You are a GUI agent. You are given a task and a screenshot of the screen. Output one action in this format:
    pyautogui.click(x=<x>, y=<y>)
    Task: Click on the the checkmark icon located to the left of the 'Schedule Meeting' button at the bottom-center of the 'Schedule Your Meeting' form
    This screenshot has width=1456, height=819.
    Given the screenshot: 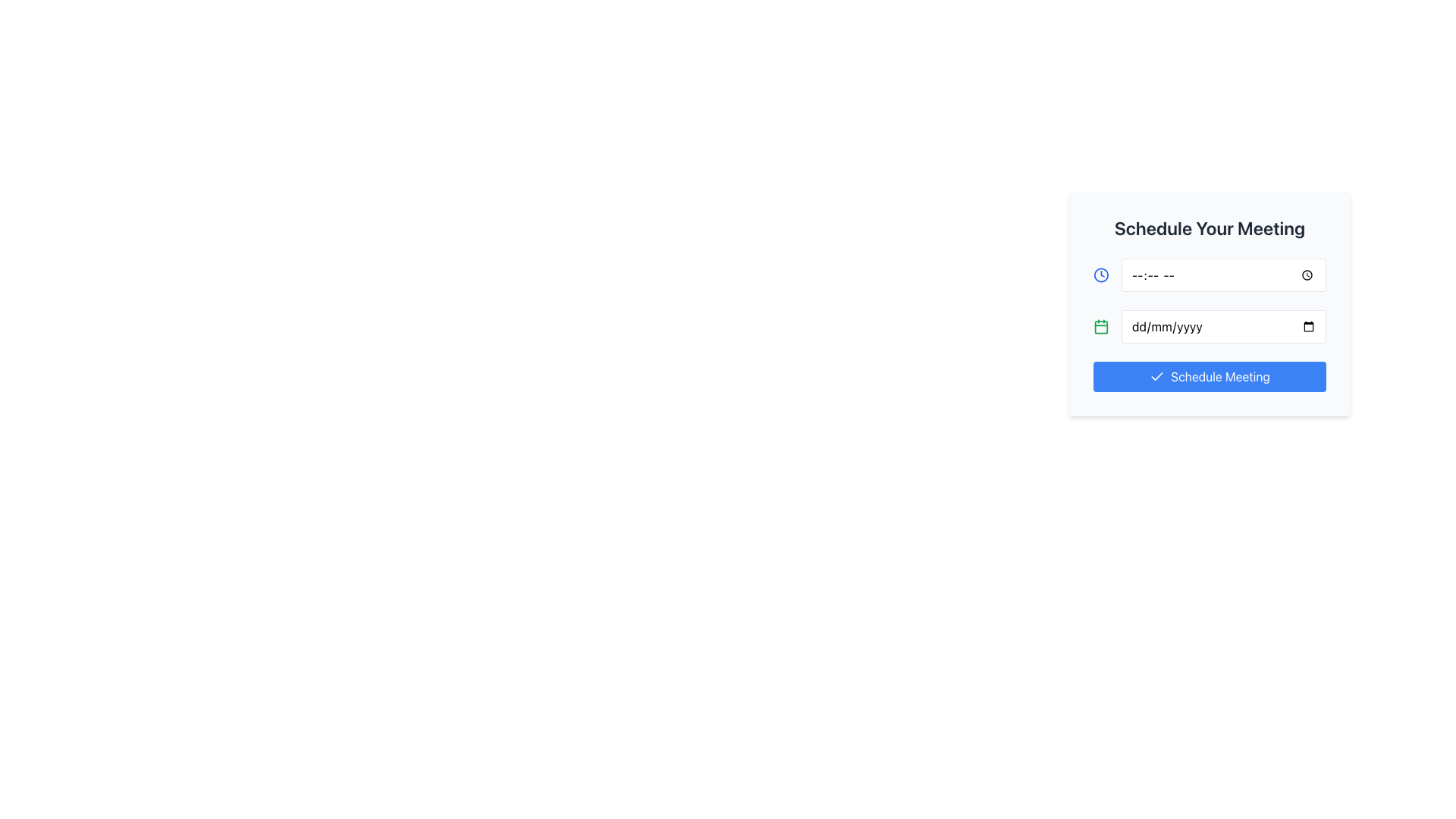 What is the action you would take?
    pyautogui.click(x=1156, y=376)
    